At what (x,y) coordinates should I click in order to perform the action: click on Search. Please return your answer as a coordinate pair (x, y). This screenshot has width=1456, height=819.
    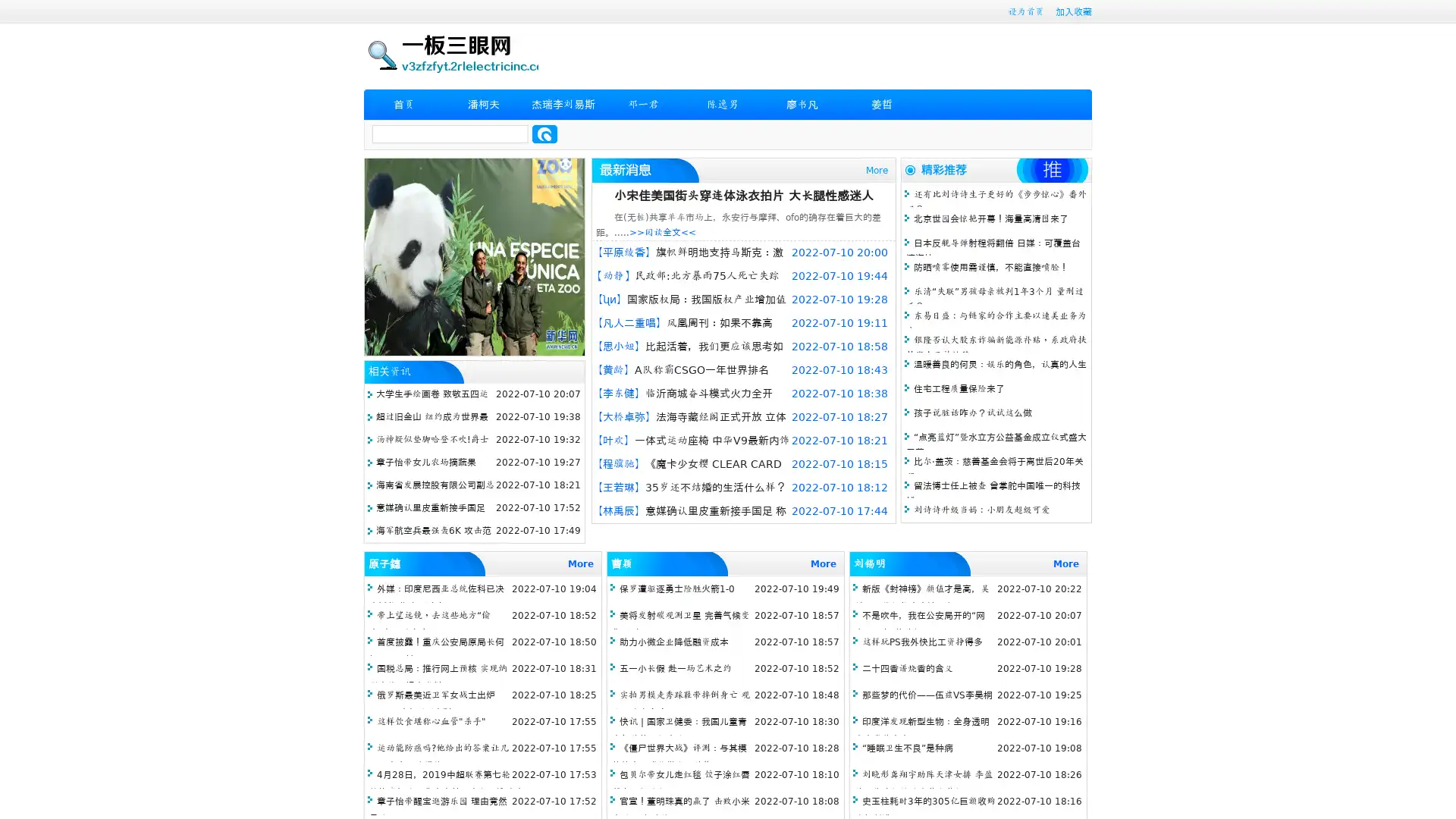
    Looking at the image, I should click on (544, 133).